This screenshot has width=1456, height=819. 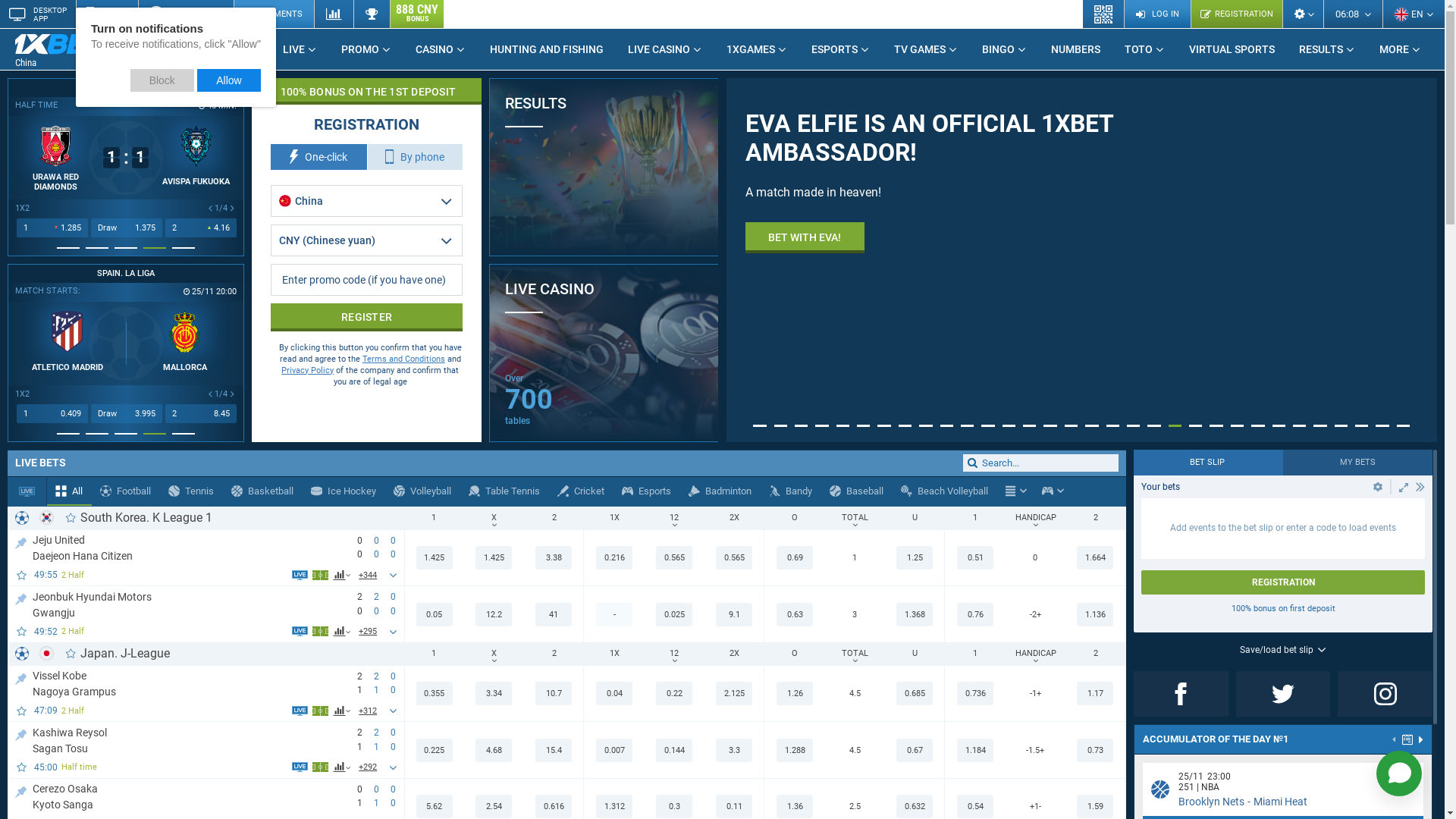 I want to click on 'All', so click(x=68, y=491).